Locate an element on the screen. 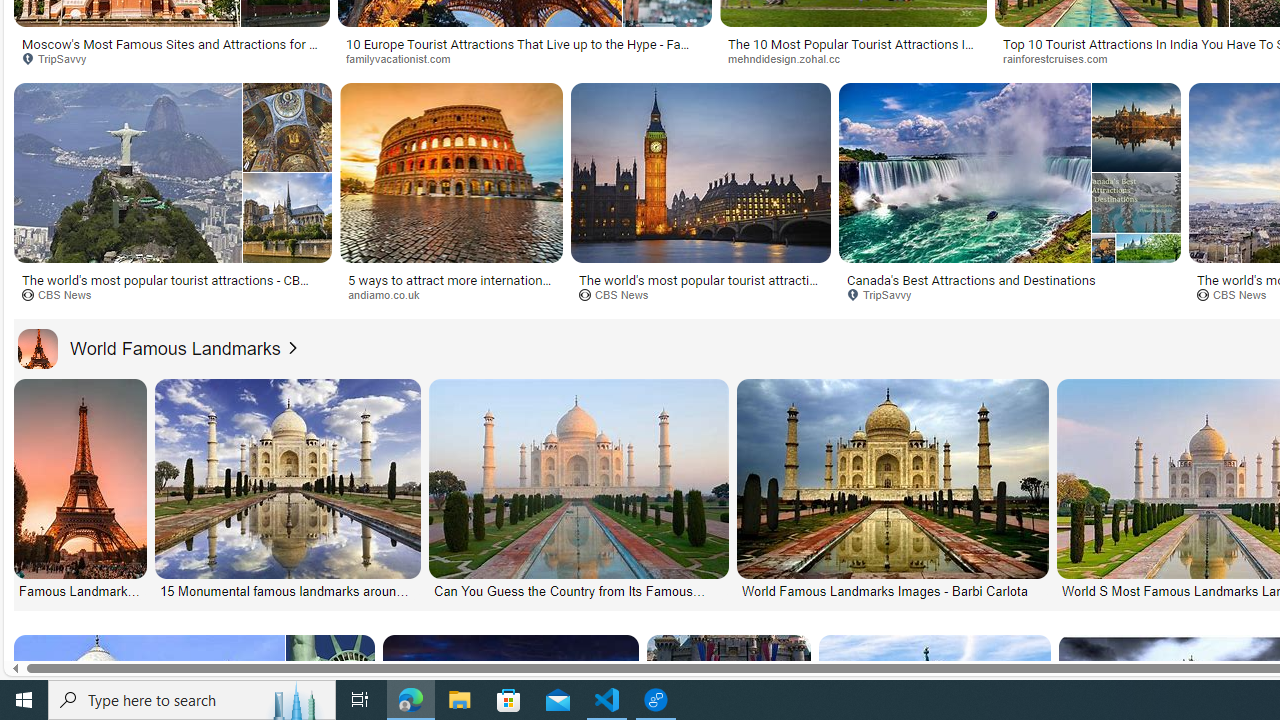 The image size is (1280, 720). 'andiamo.co.uk' is located at coordinates (391, 294).